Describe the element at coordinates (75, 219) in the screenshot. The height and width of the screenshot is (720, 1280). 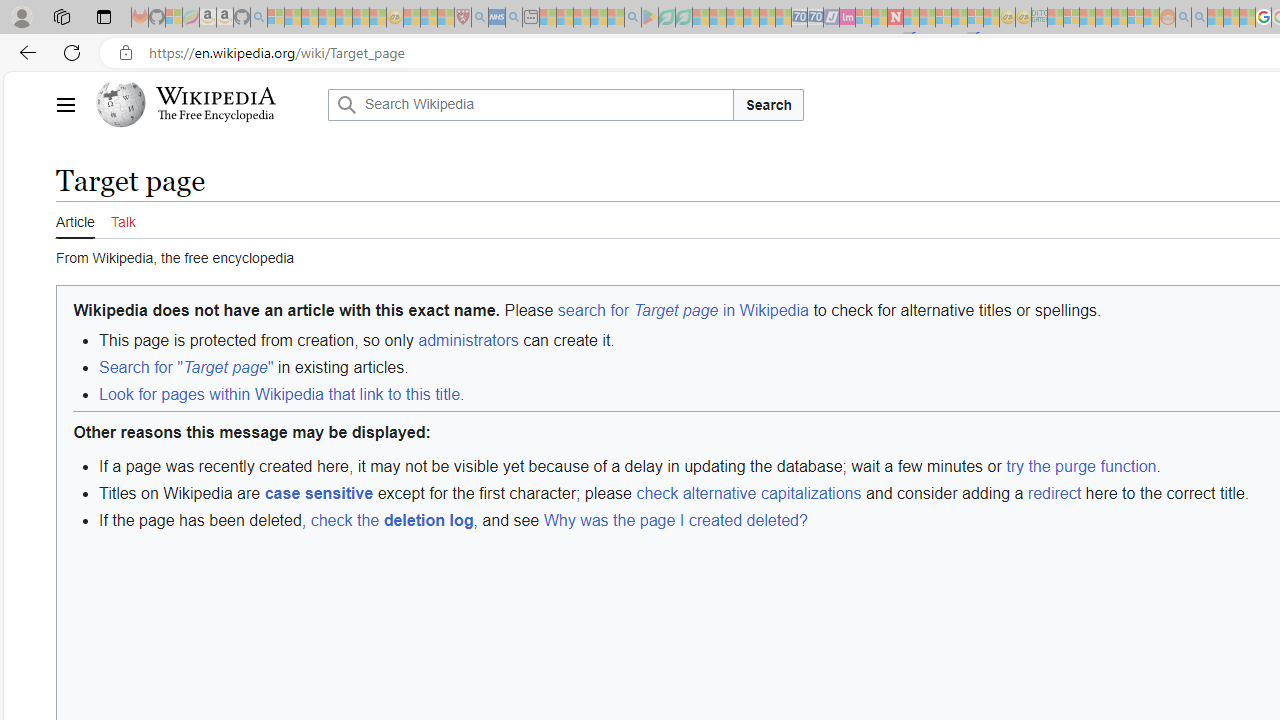
I see `'Article'` at that location.